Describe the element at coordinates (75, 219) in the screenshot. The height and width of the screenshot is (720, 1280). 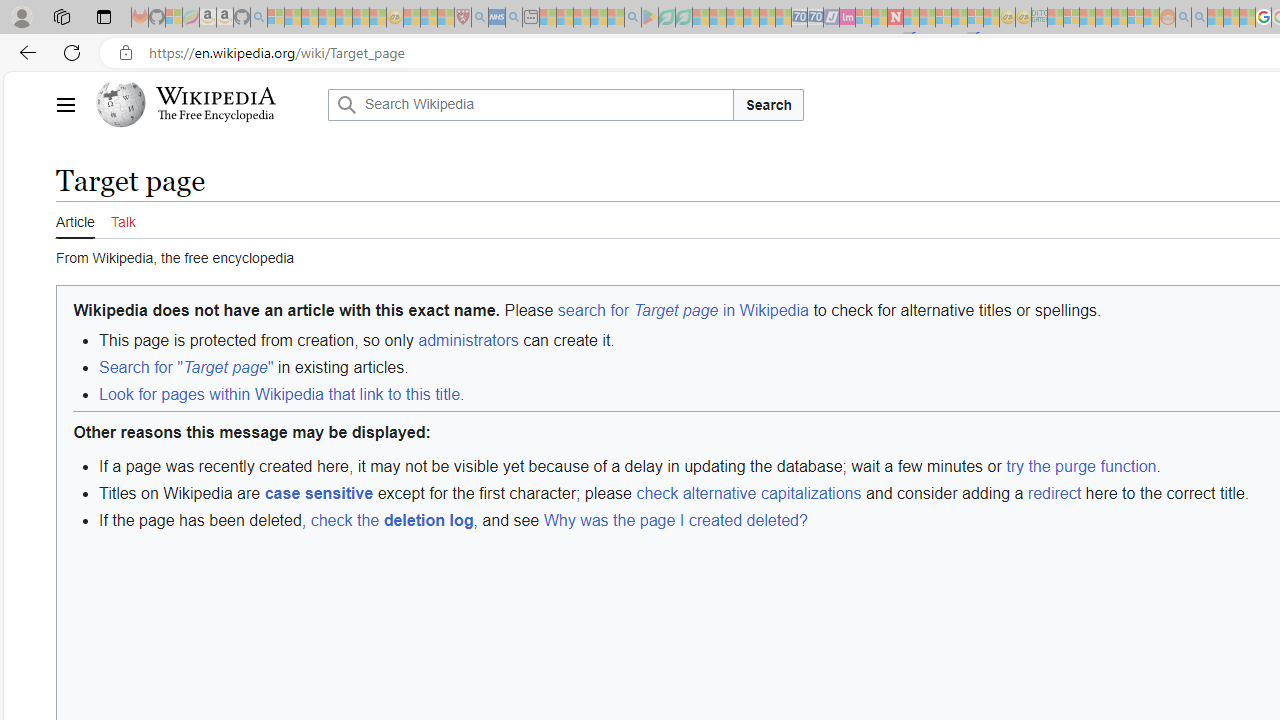
I see `'Article'` at that location.